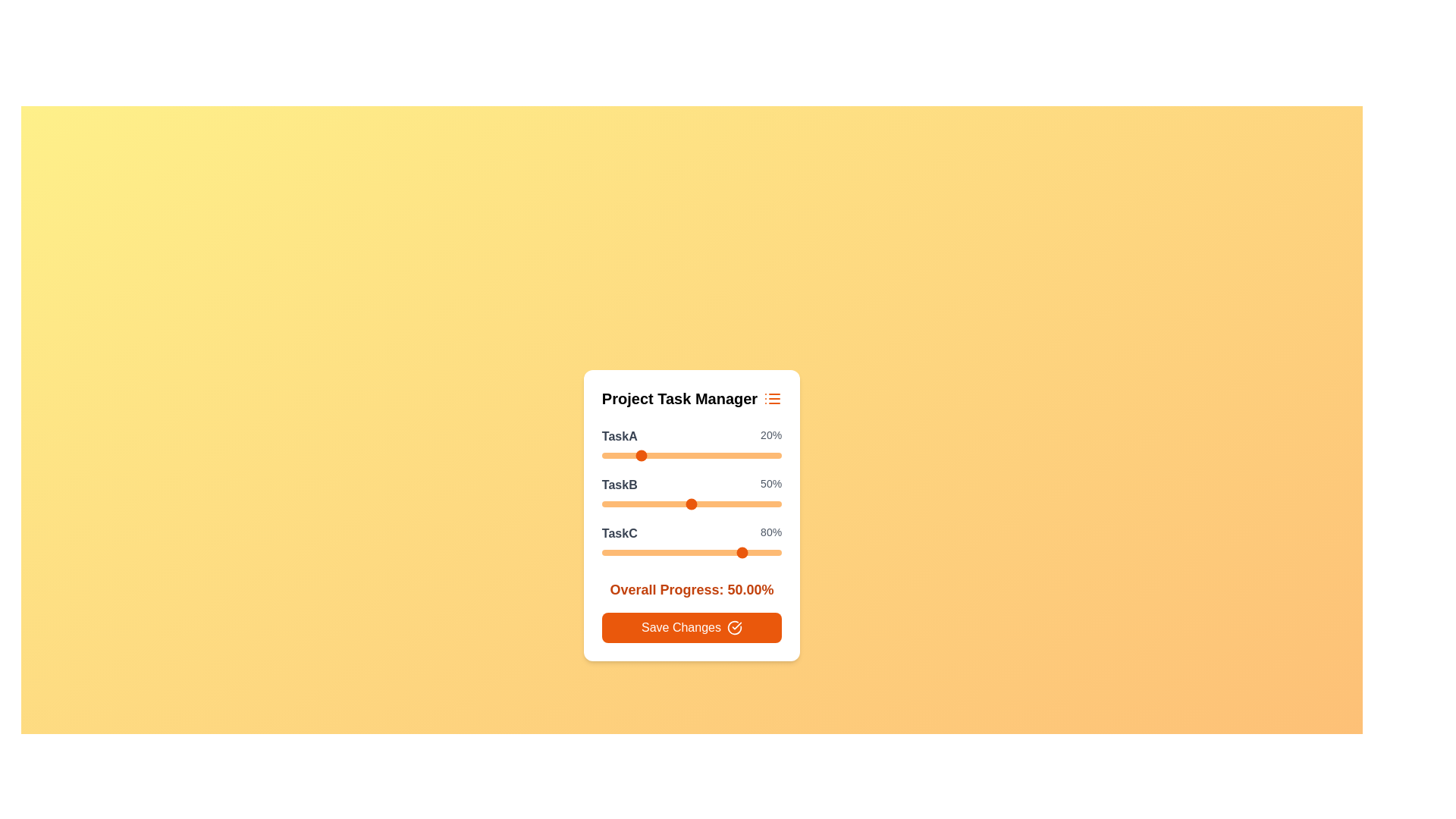 The width and height of the screenshot is (1456, 819). Describe the element at coordinates (773, 397) in the screenshot. I see `the icon next to the title to open potential actions` at that location.